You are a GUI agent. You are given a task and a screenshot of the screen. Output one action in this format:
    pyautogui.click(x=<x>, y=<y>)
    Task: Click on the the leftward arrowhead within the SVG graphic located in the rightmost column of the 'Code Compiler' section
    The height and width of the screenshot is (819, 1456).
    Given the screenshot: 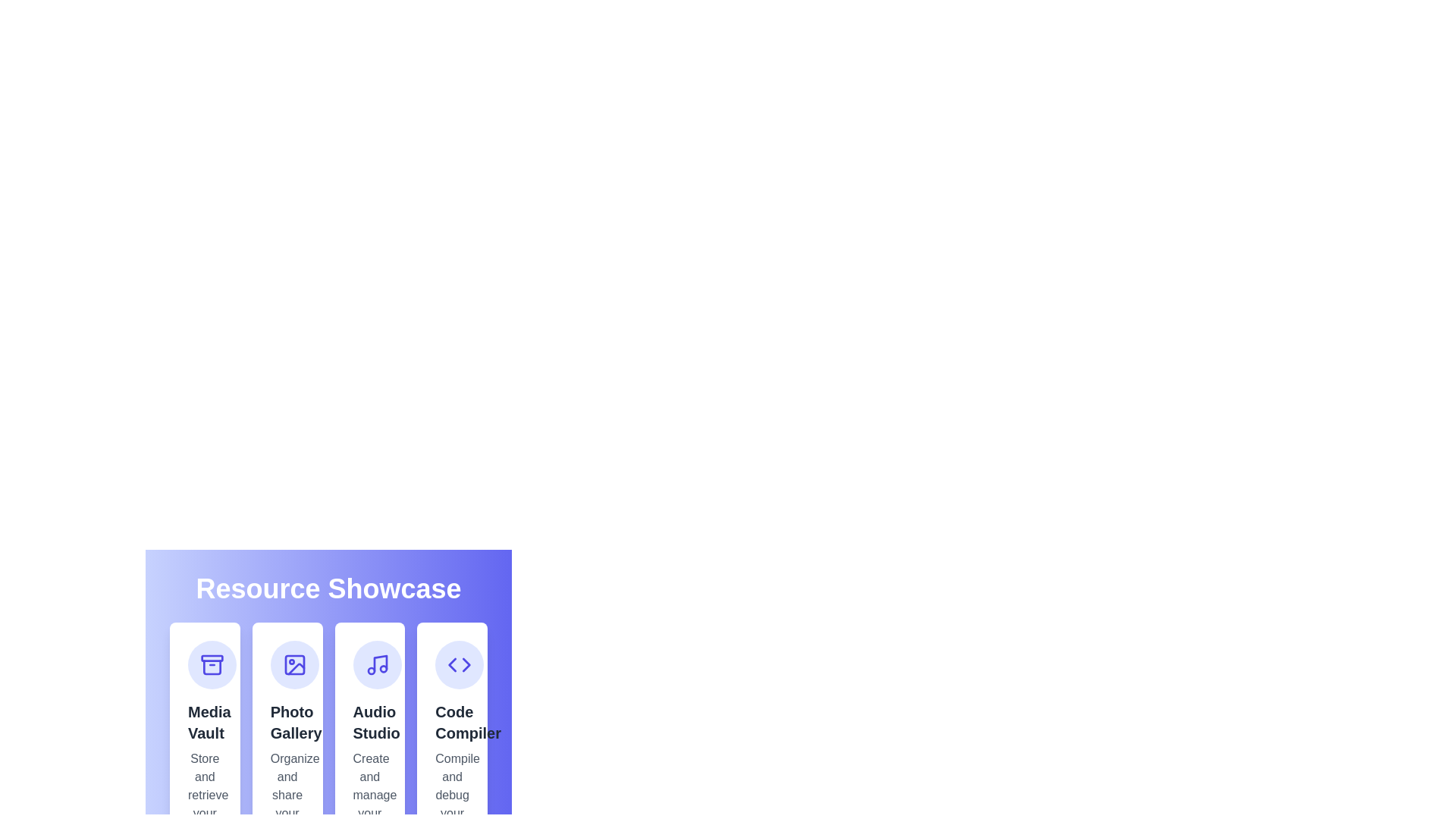 What is the action you would take?
    pyautogui.click(x=451, y=664)
    